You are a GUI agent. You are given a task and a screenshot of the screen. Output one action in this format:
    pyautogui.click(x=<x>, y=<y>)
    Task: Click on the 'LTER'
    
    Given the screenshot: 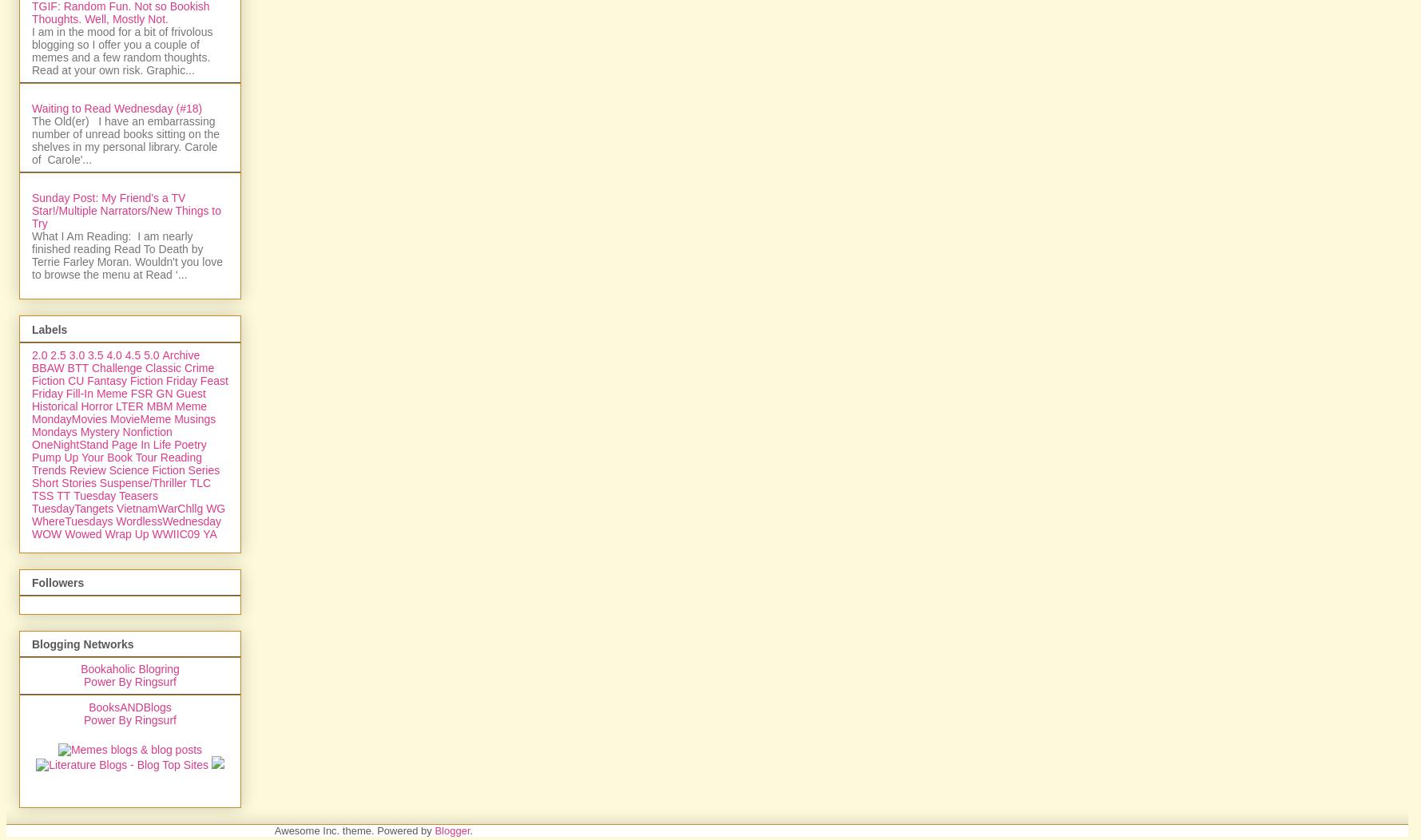 What is the action you would take?
    pyautogui.click(x=129, y=579)
    